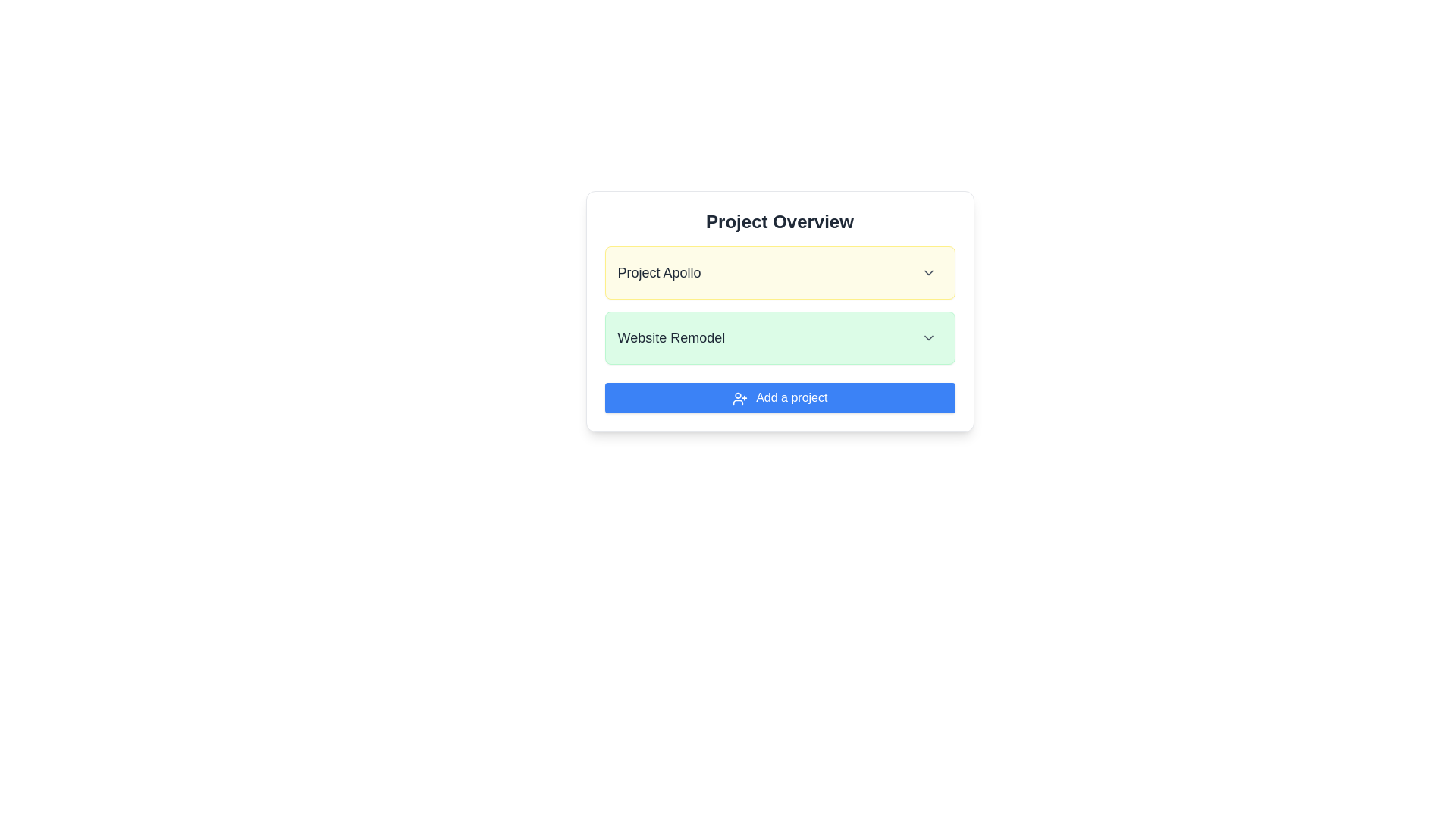 The height and width of the screenshot is (819, 1456). Describe the element at coordinates (780, 337) in the screenshot. I see `the Drop-down menu trigger labeled 'Website Remodel'` at that location.